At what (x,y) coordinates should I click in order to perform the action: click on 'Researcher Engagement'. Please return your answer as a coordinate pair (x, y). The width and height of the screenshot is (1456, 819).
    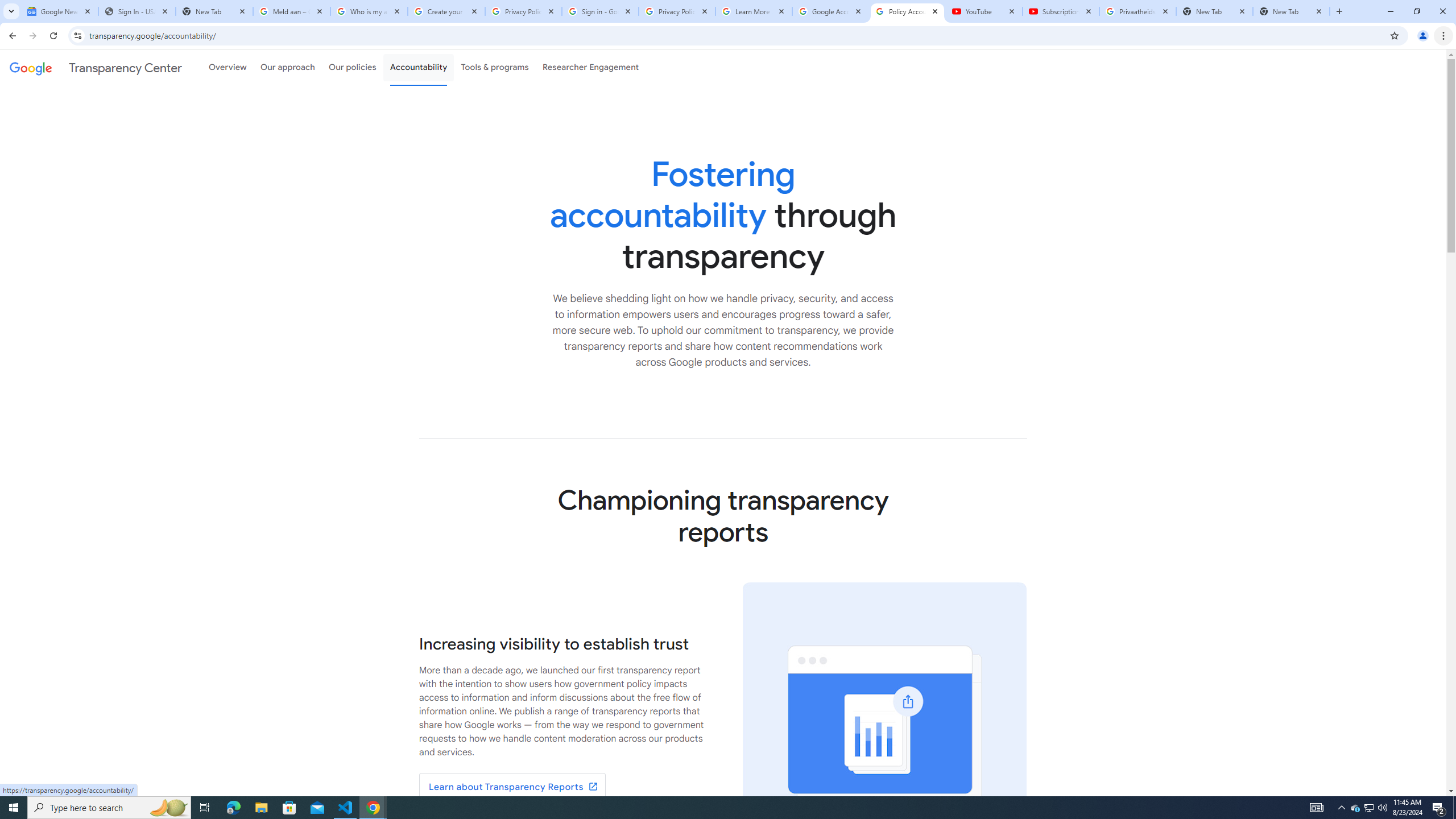
    Looking at the image, I should click on (591, 67).